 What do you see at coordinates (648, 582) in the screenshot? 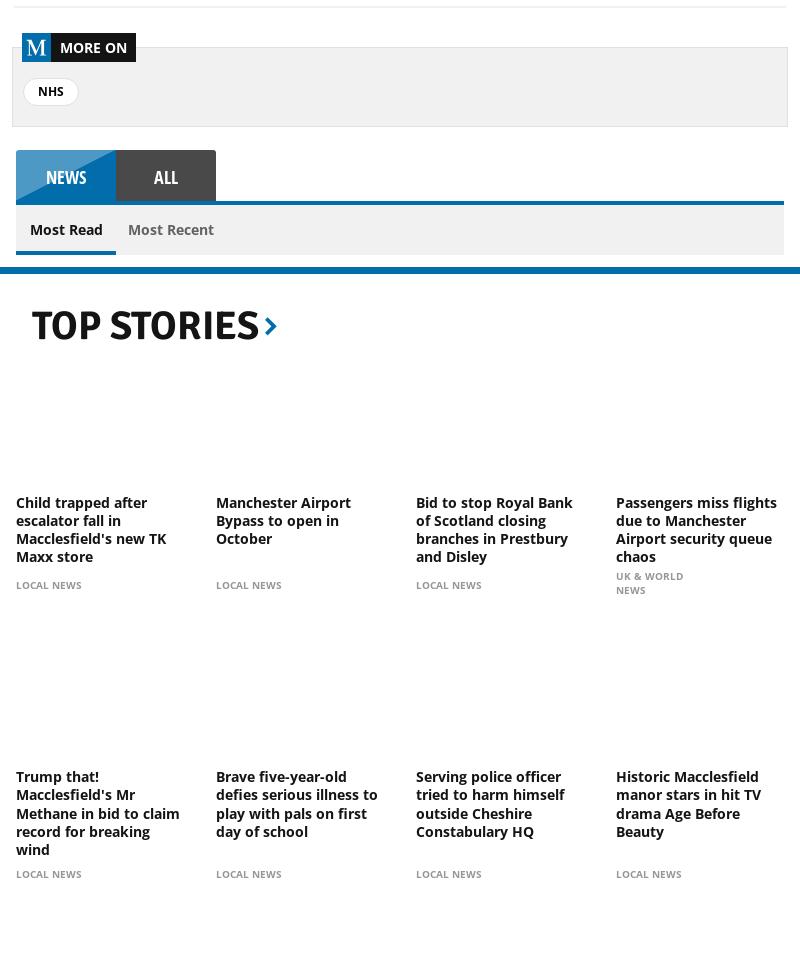
I see `'UK & World News'` at bounding box center [648, 582].